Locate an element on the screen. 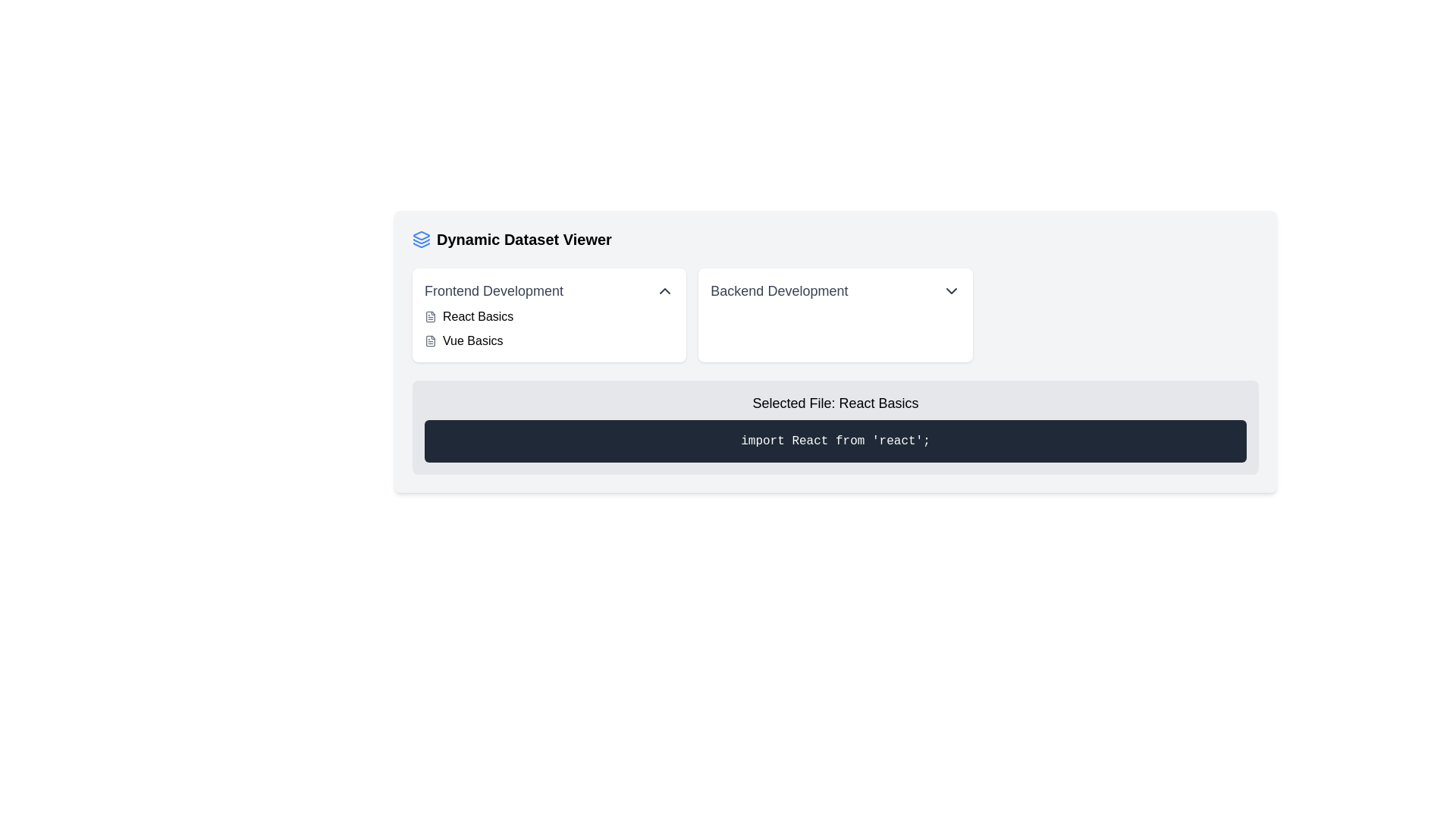 The width and height of the screenshot is (1456, 819). the file icon for 'Vue Basics' located in the left portion of the interface near the 'Frontend Development' section is located at coordinates (429, 341).